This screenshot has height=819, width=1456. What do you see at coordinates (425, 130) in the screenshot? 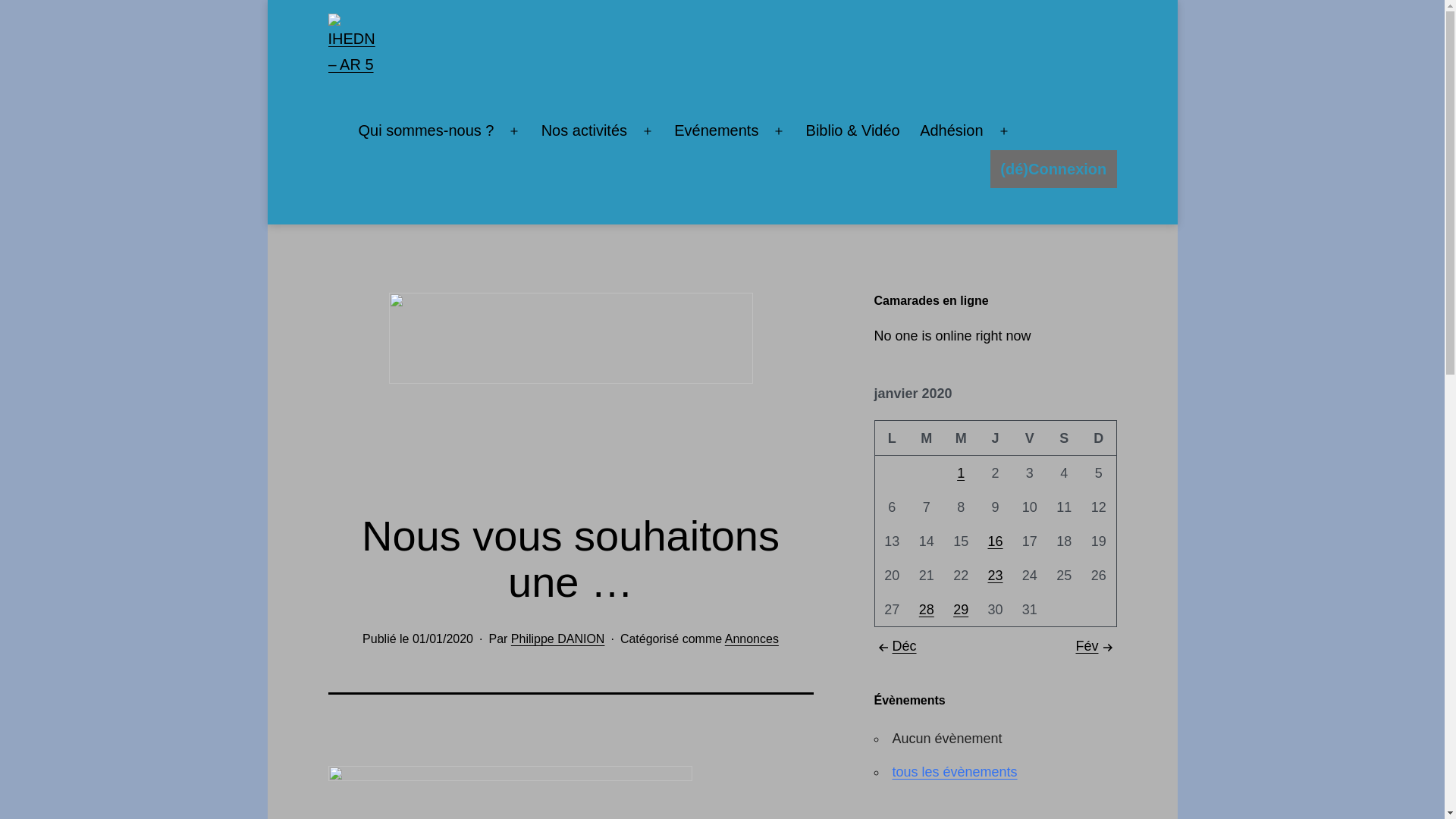
I see `'Qui sommes-nous ?'` at bounding box center [425, 130].